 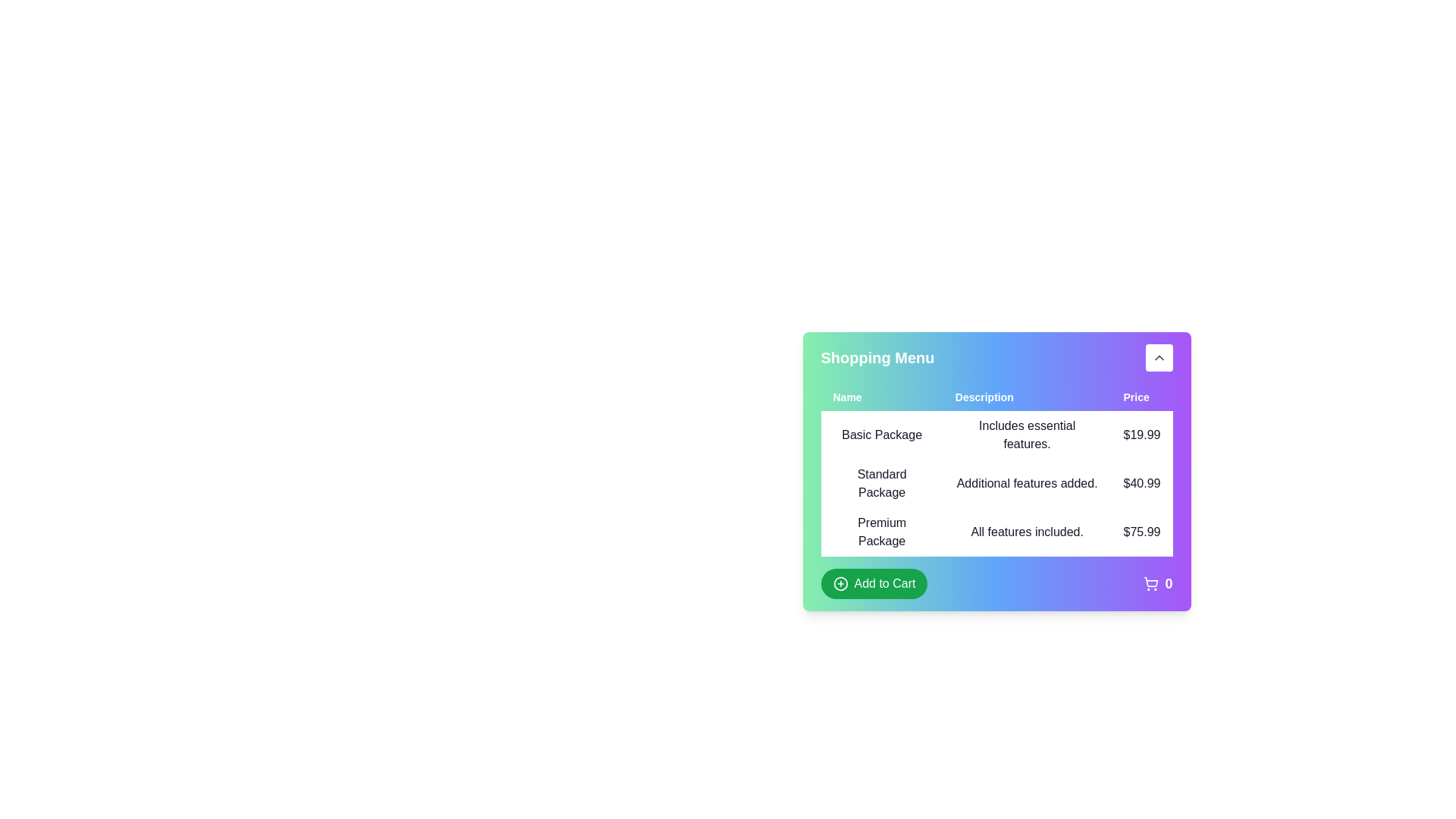 I want to click on a package from the table displayed in the 'Shopping Menu' by clicking on it, which is located under the header row and above the 'Add to Cart' button, so click(x=996, y=485).